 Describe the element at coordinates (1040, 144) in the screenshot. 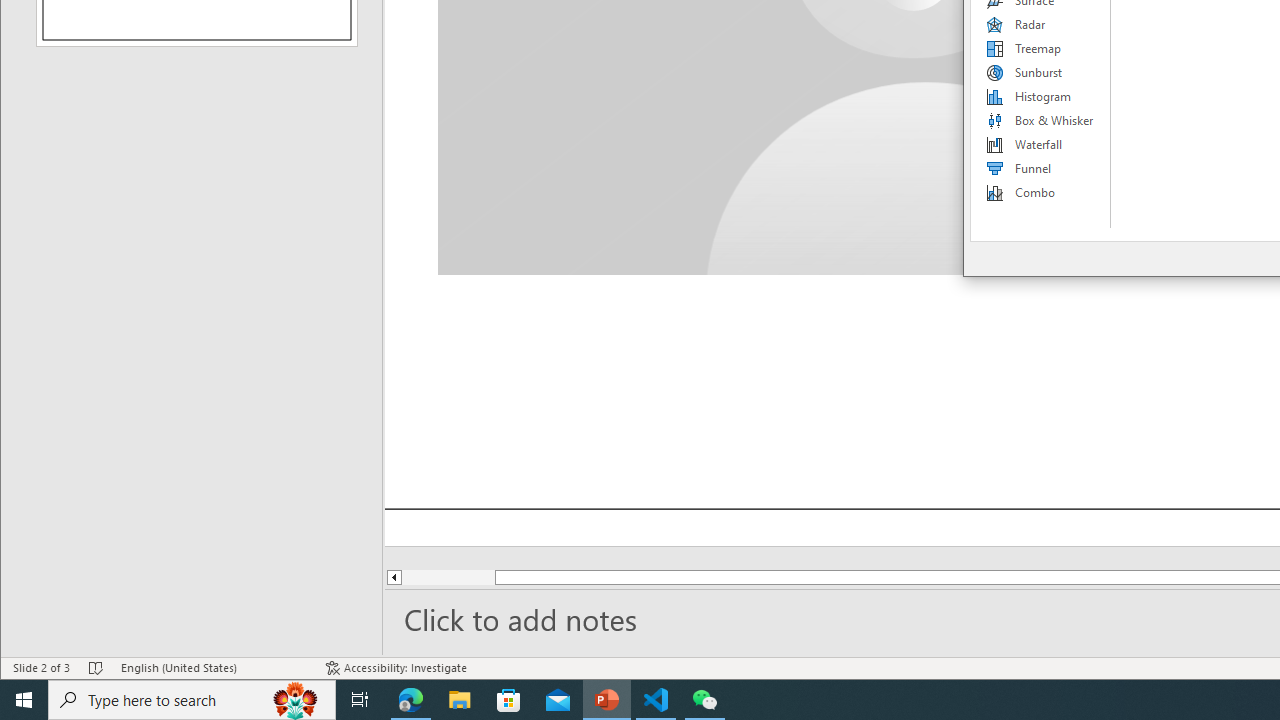

I see `'Waterfall'` at that location.